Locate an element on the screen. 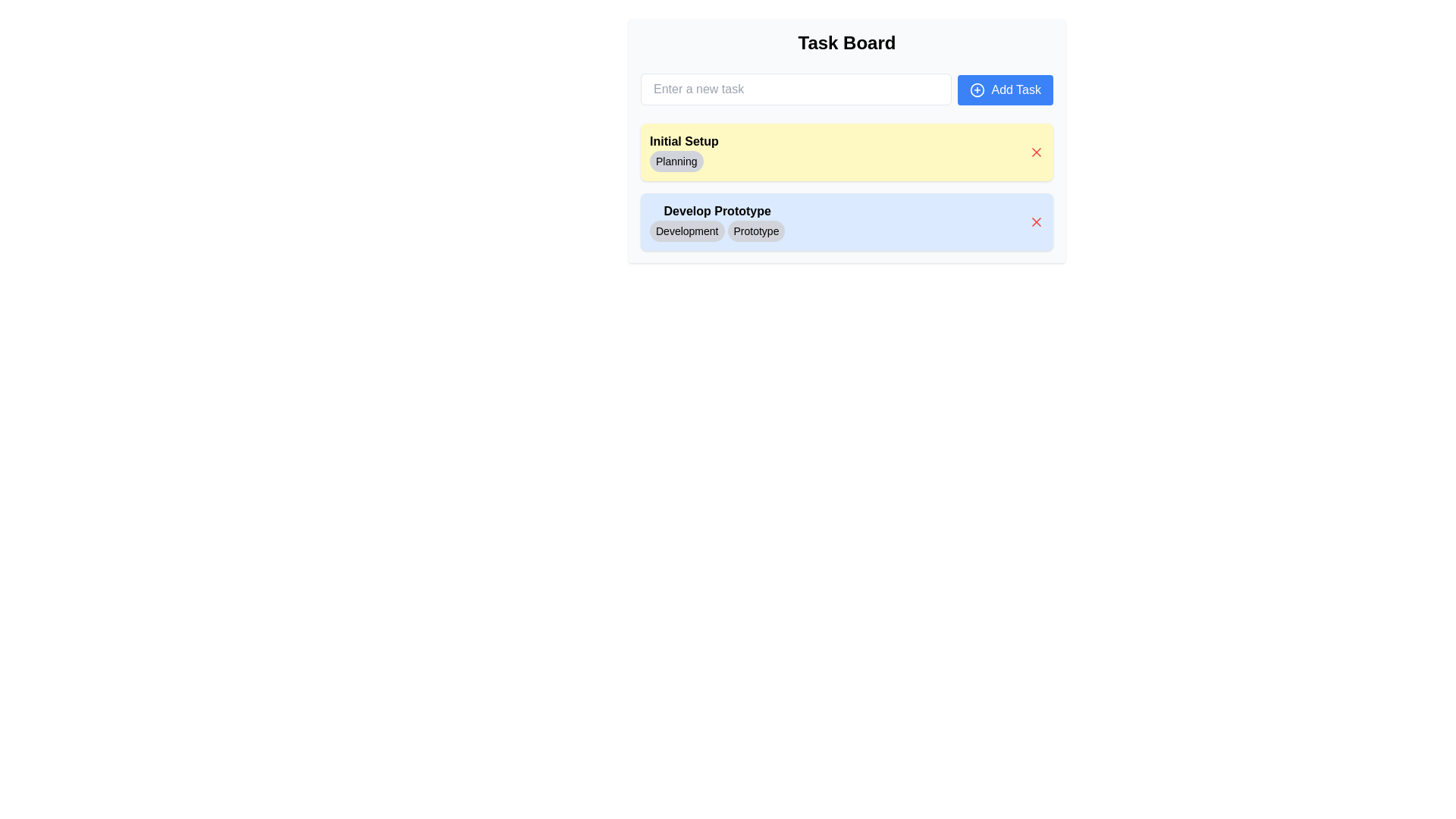 The height and width of the screenshot is (819, 1456). the red close button represented by a red 'X' icon located at the top-right corner of the yellow task card labeled 'Initial Setup - Planning' is located at coordinates (1036, 152).